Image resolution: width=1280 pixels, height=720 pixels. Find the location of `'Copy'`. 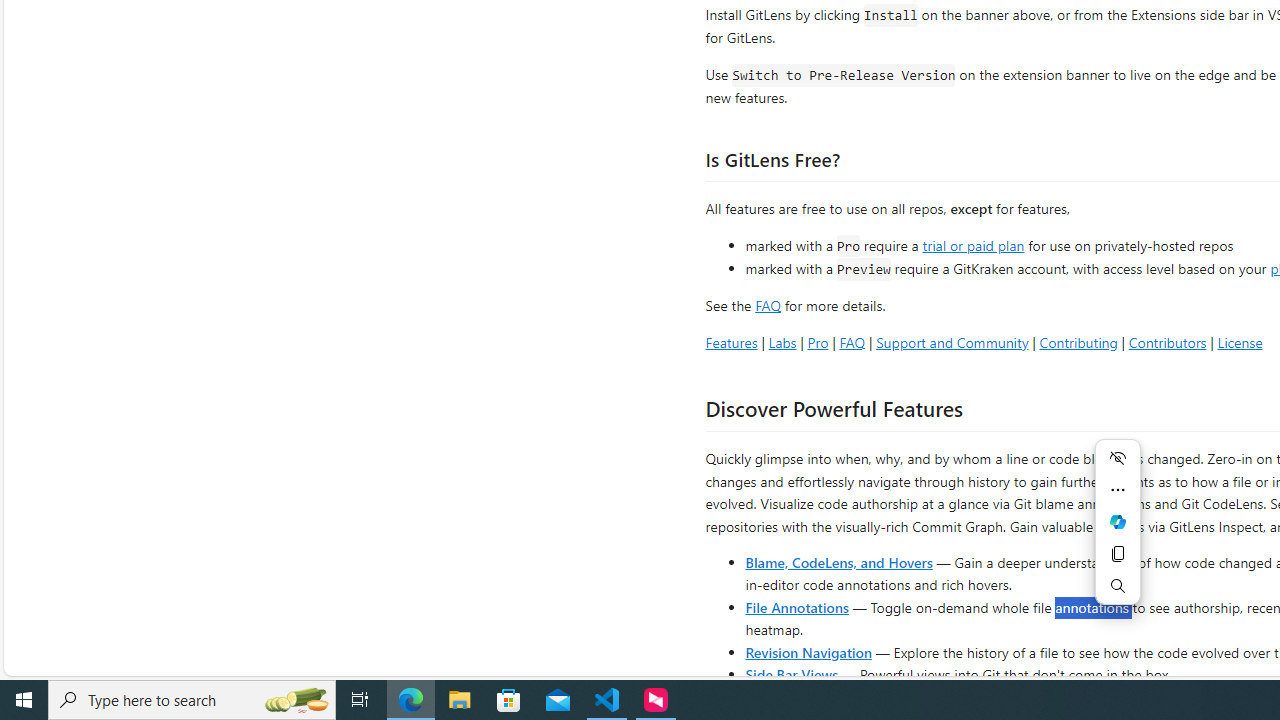

'Copy' is located at coordinates (1117, 554).